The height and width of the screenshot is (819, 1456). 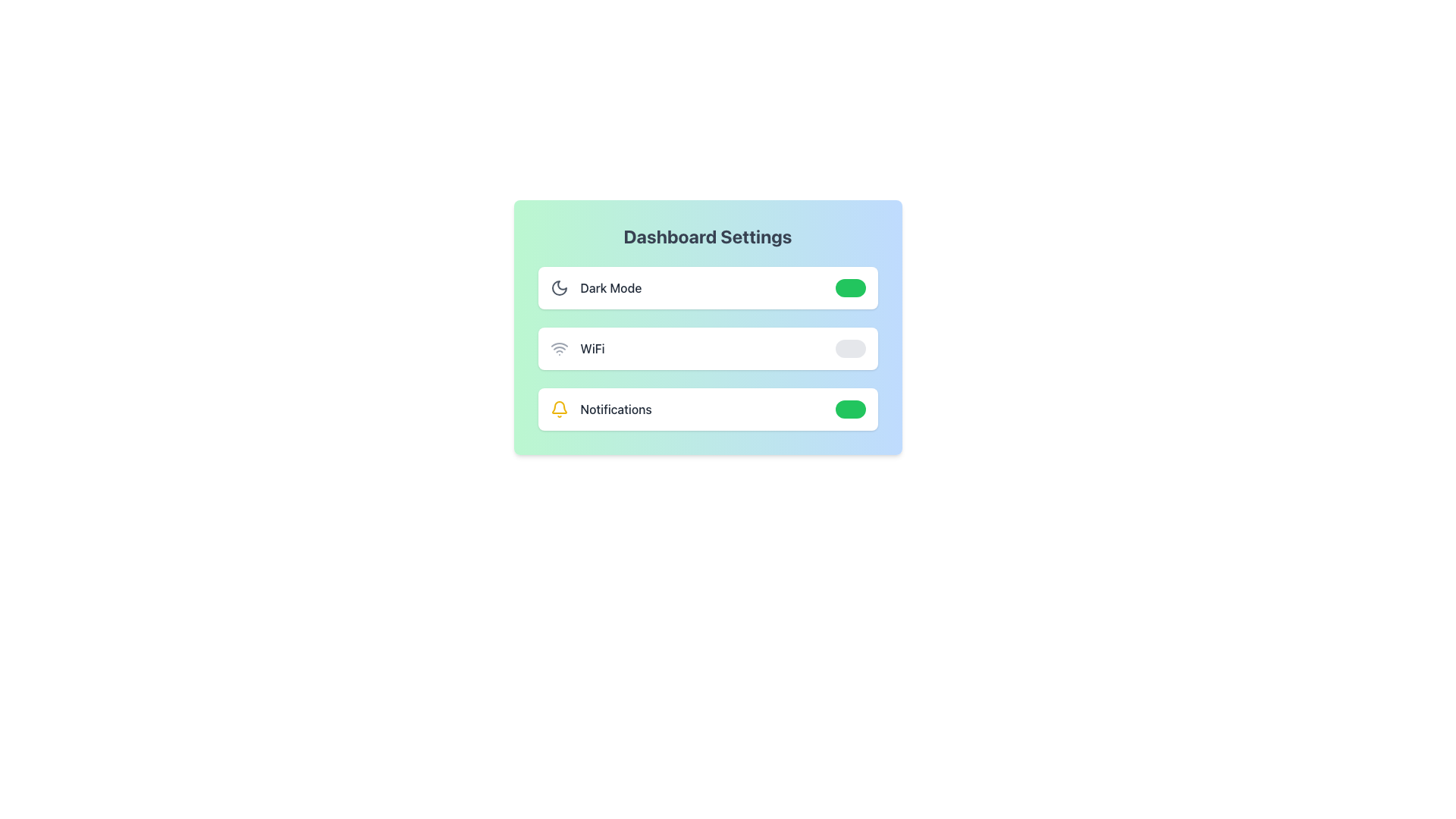 What do you see at coordinates (610, 288) in the screenshot?
I see `the 'Dark Mode' label, which is styled in medium-weight gray font and positioned next to a crescent moon icon and a toggle switch within the first entry of the Dashboard Settings` at bounding box center [610, 288].